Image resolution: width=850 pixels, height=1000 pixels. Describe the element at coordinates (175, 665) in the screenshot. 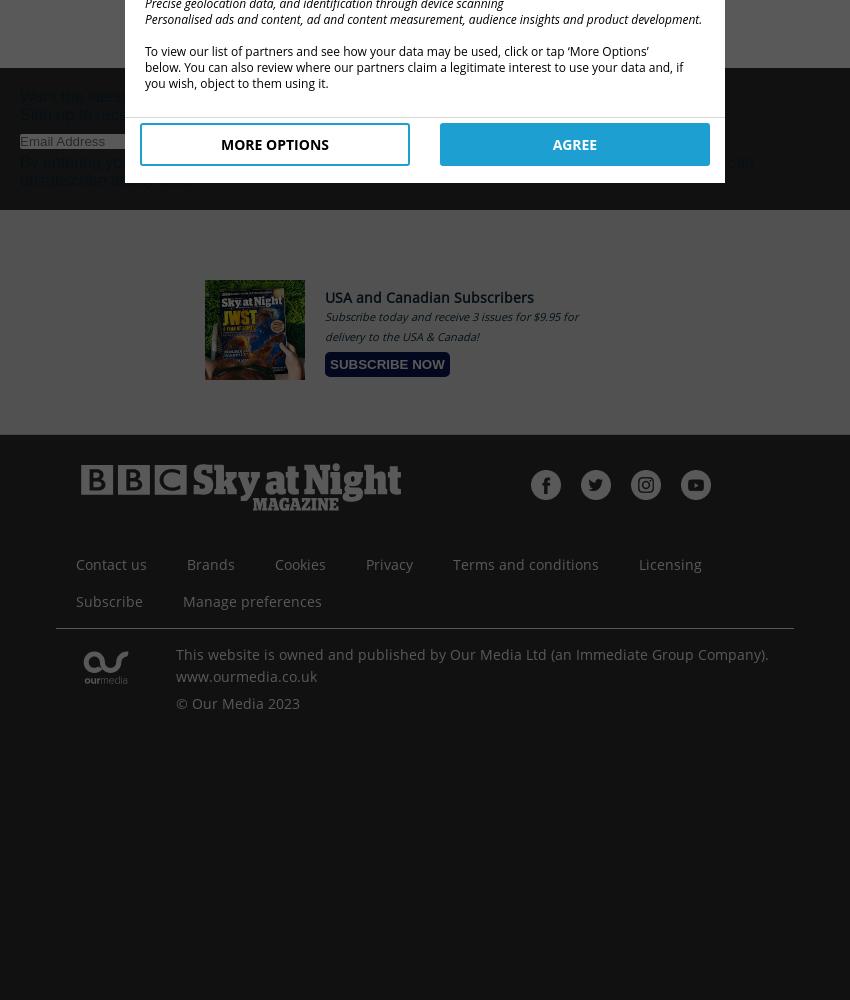

I see `'This website is owned and published by Our Media Ltd (an Immediate Group Company). www.ourmedia.co.uk'` at that location.